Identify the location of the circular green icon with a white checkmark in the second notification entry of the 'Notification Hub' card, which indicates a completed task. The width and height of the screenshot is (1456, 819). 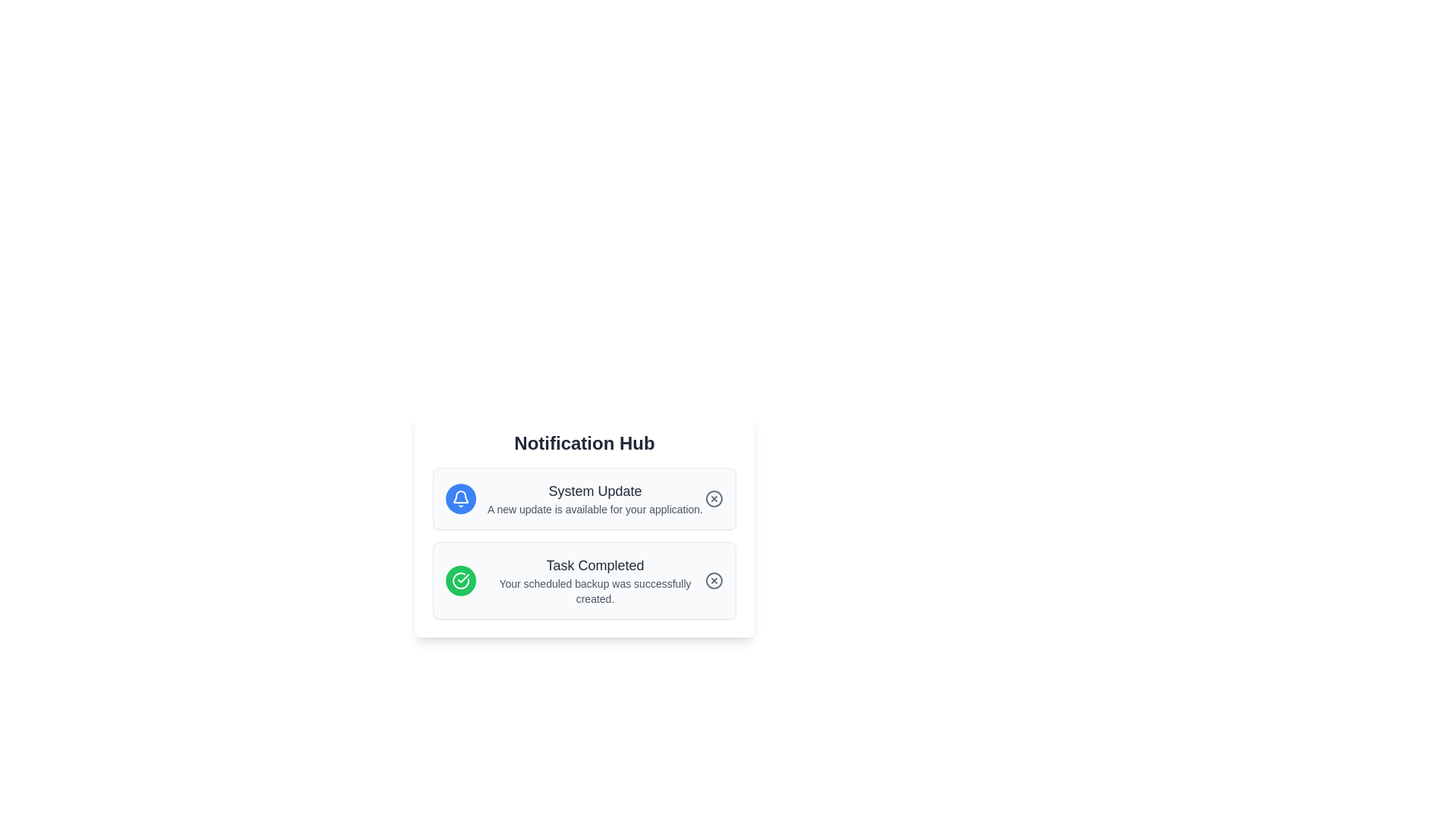
(460, 580).